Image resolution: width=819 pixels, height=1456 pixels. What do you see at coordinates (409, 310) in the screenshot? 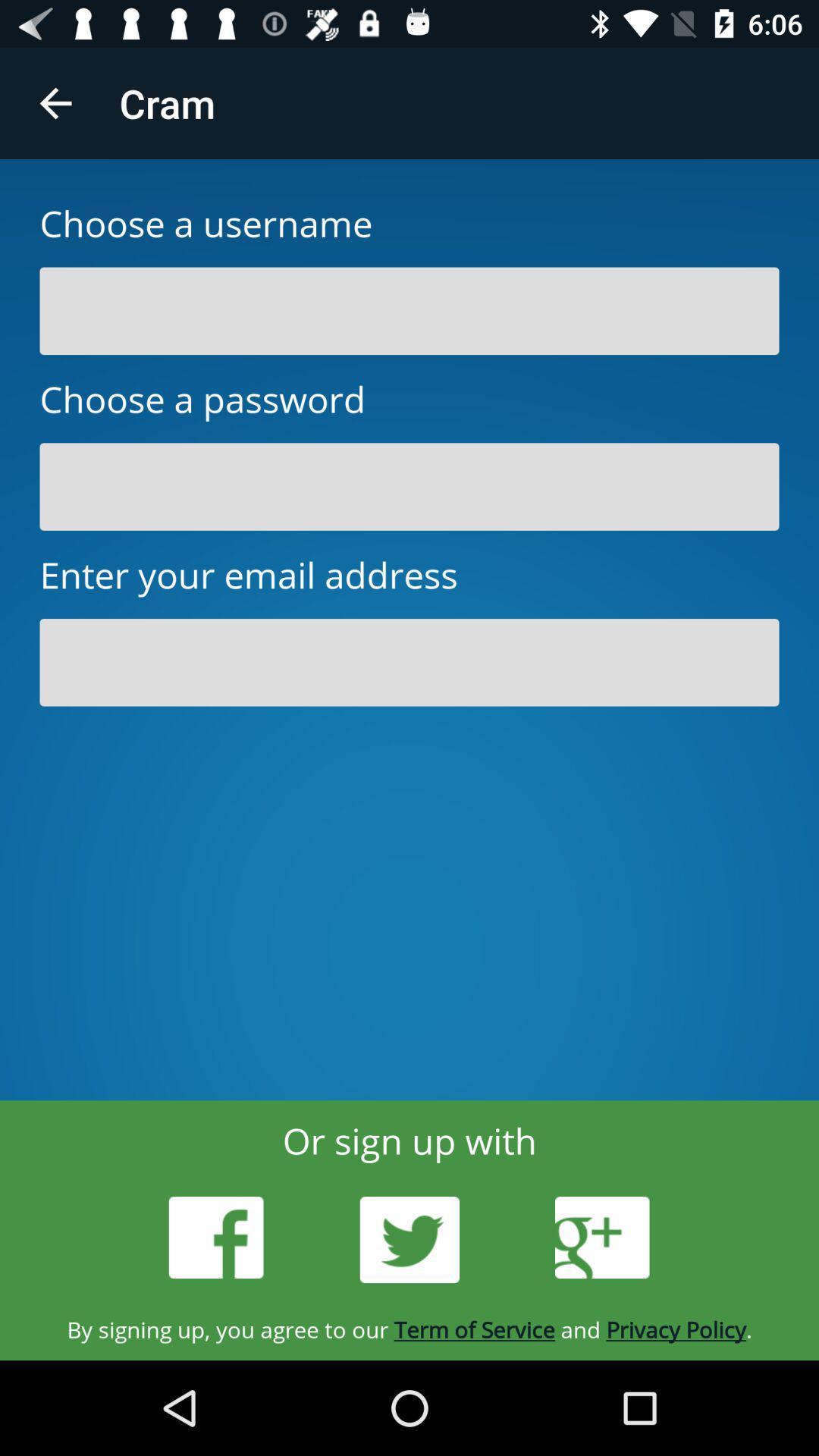
I see `name yourself` at bounding box center [409, 310].